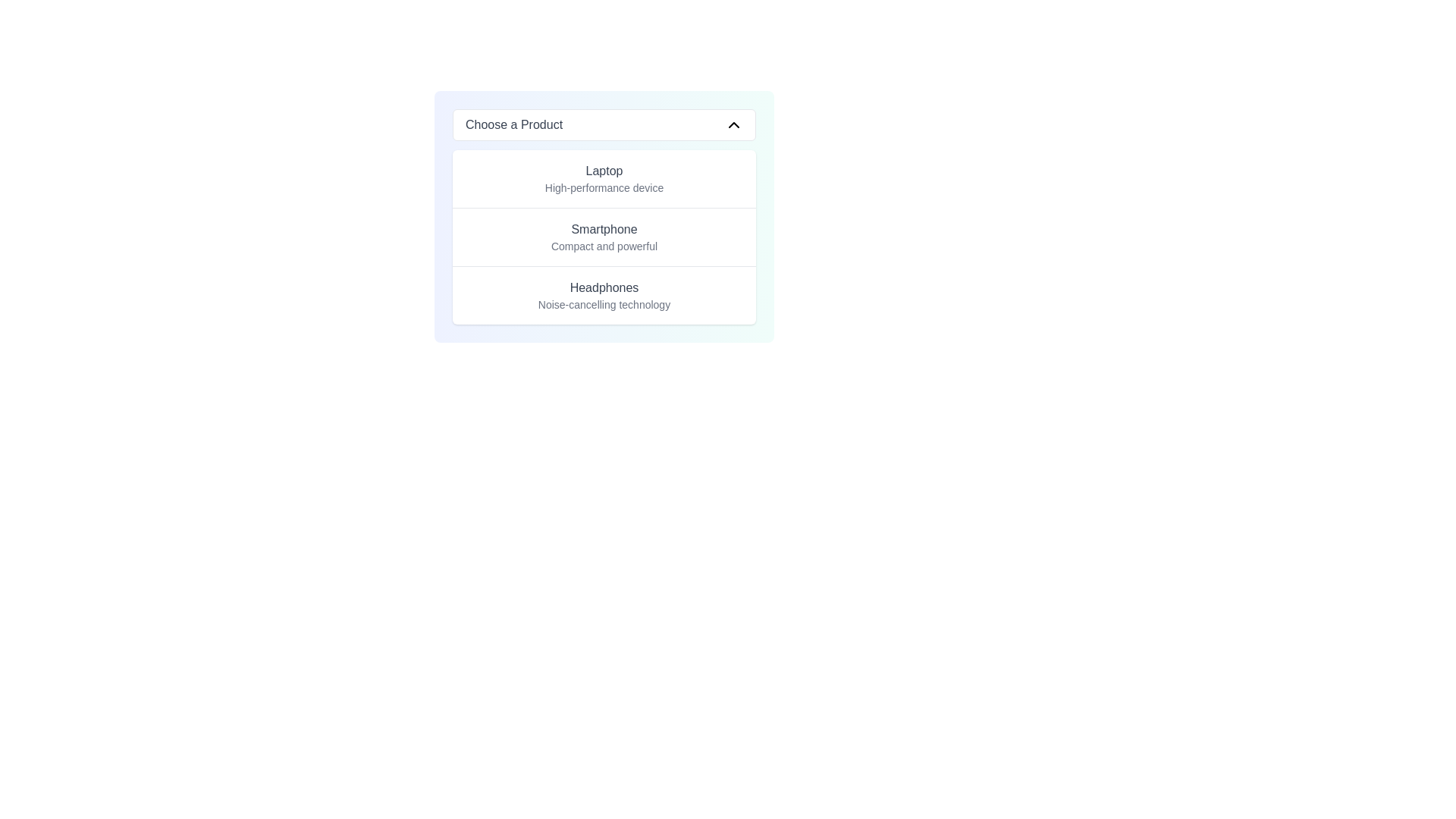  Describe the element at coordinates (603, 124) in the screenshot. I see `the 'Choose a Product' dropdown menu trigger` at that location.